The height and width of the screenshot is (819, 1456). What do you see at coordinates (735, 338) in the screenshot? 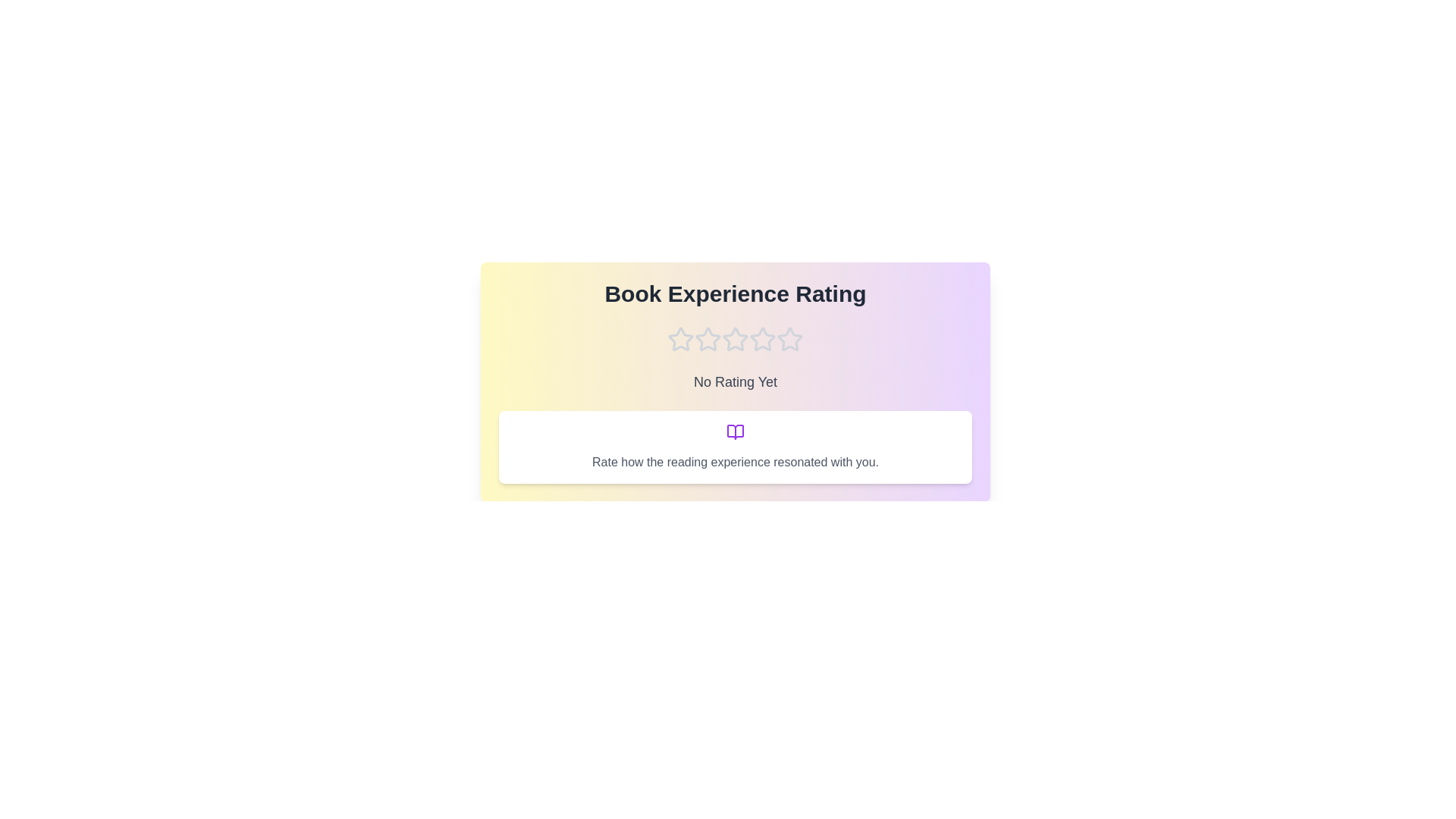
I see `the star corresponding to 3 stars to preview the rating description` at bounding box center [735, 338].